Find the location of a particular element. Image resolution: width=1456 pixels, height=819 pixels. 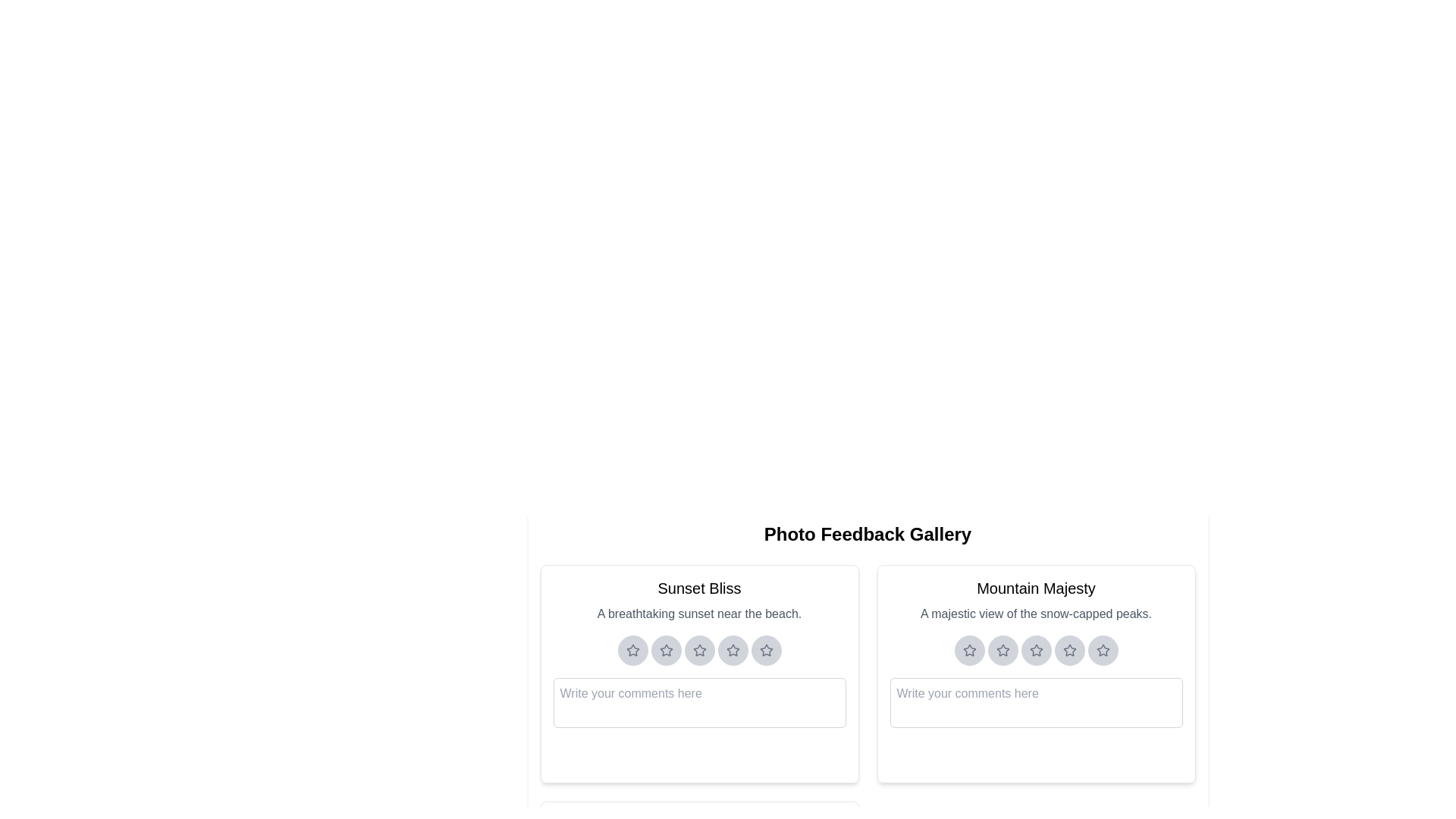

the second star icon in the rating system under 'Mountain Majesty' is located at coordinates (1003, 649).